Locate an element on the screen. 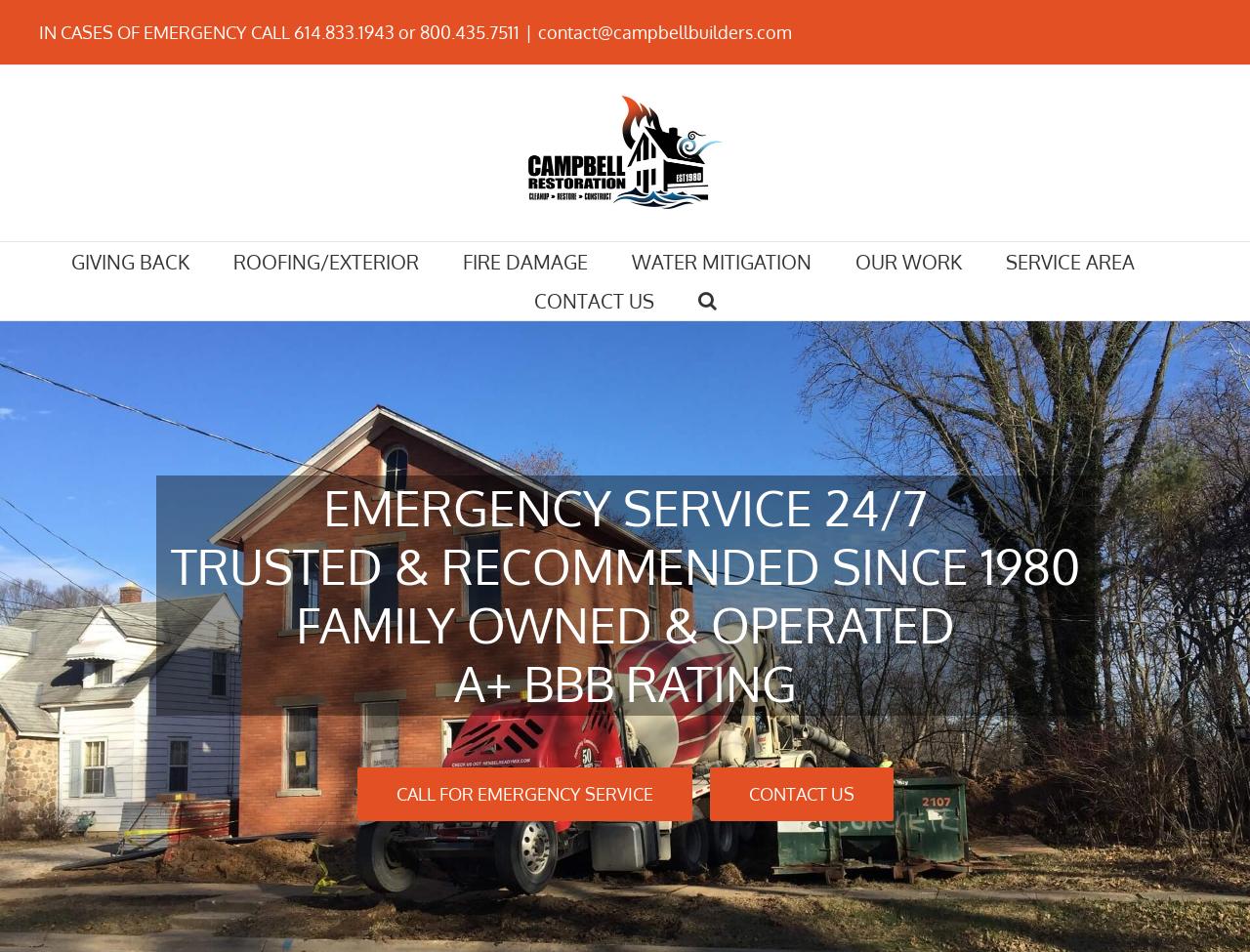 Image resolution: width=1250 pixels, height=952 pixels. 'EMERGENCY SERVICE 24/7' is located at coordinates (623, 506).